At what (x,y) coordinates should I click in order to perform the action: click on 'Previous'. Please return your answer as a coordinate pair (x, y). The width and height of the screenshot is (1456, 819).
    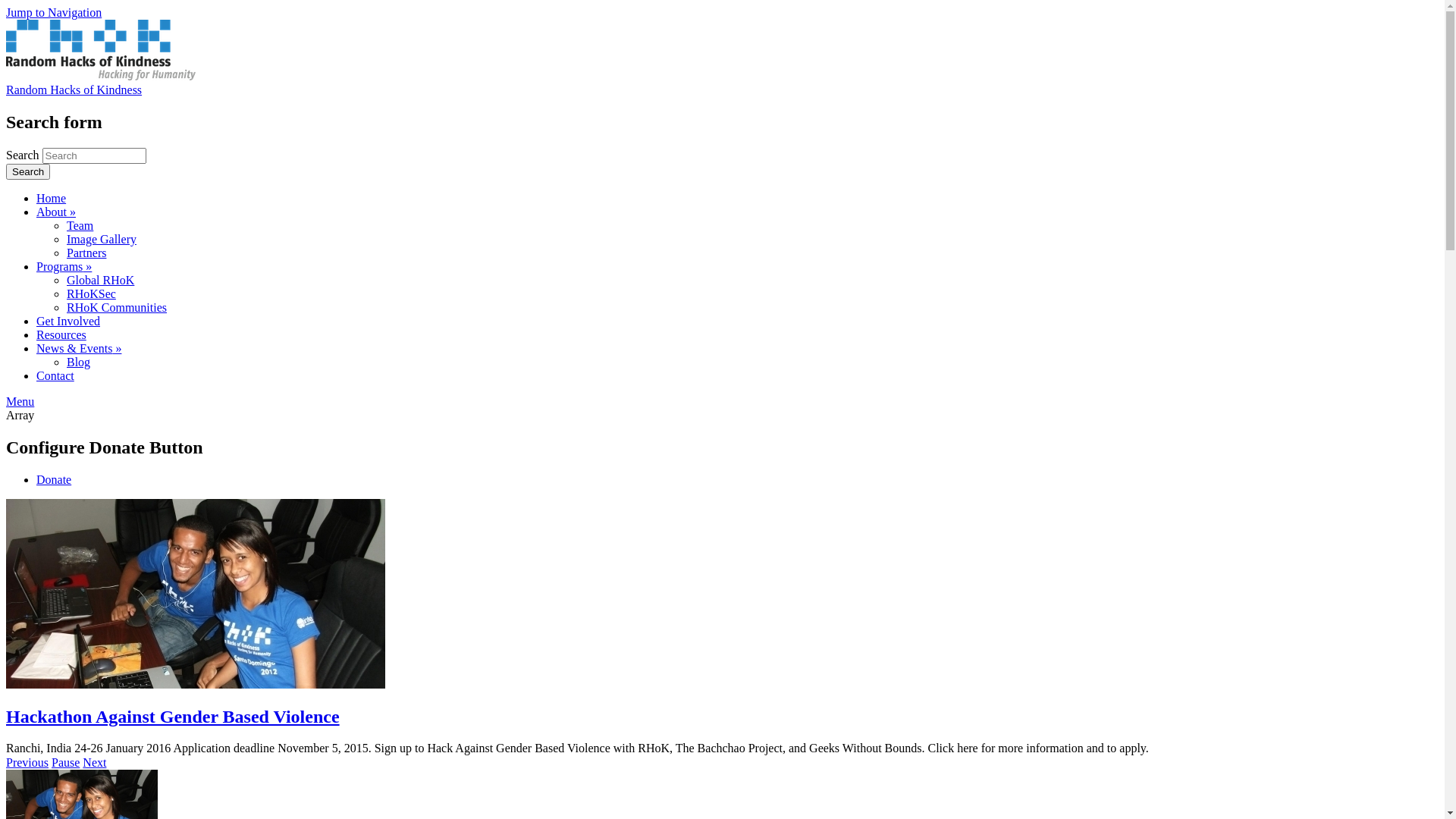
    Looking at the image, I should click on (27, 762).